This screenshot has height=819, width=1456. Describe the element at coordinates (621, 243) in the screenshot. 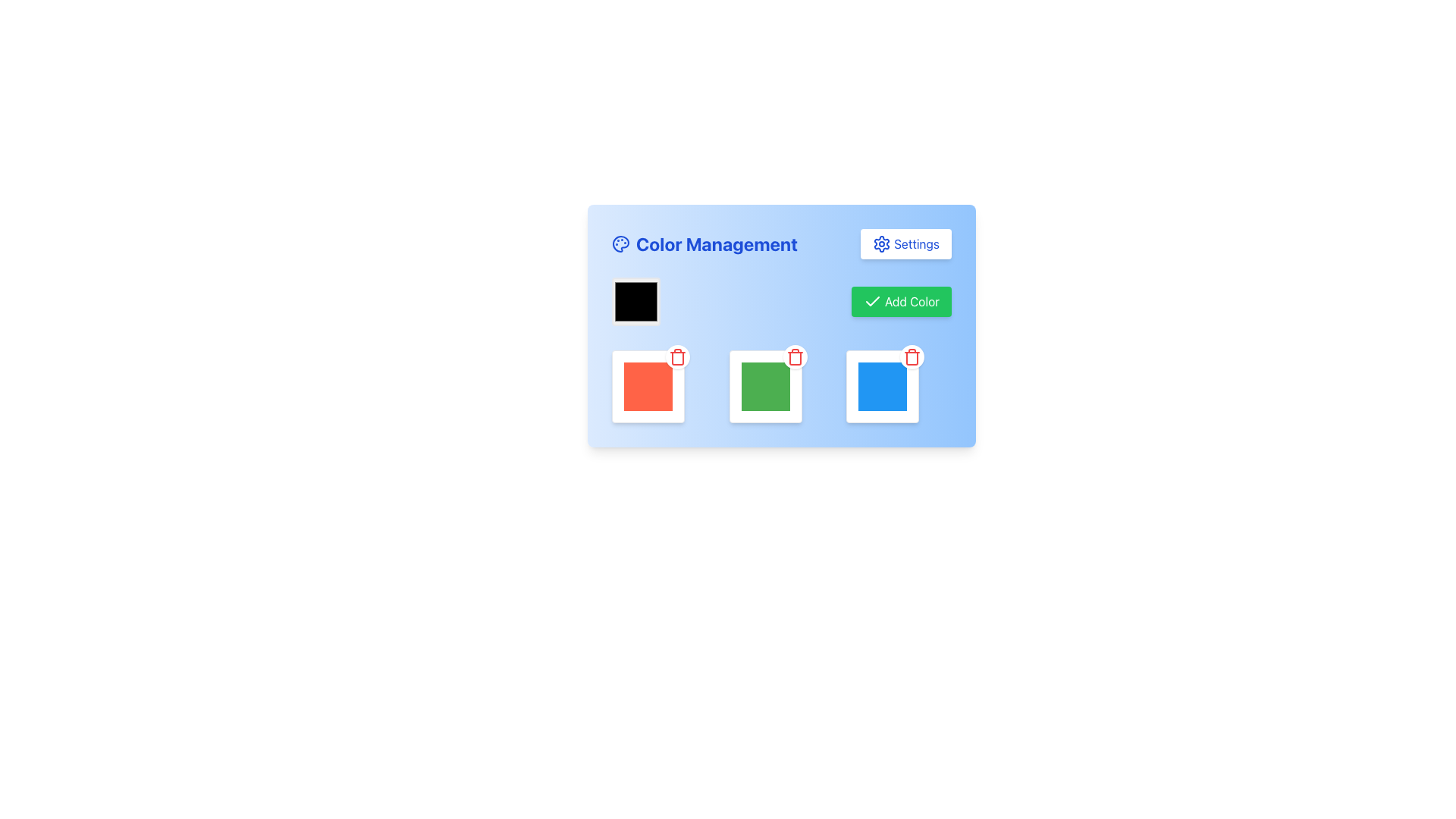

I see `the circular blue palette icon located in the top-left corner of the blue rectangular section near the 'Color Management' text` at that location.